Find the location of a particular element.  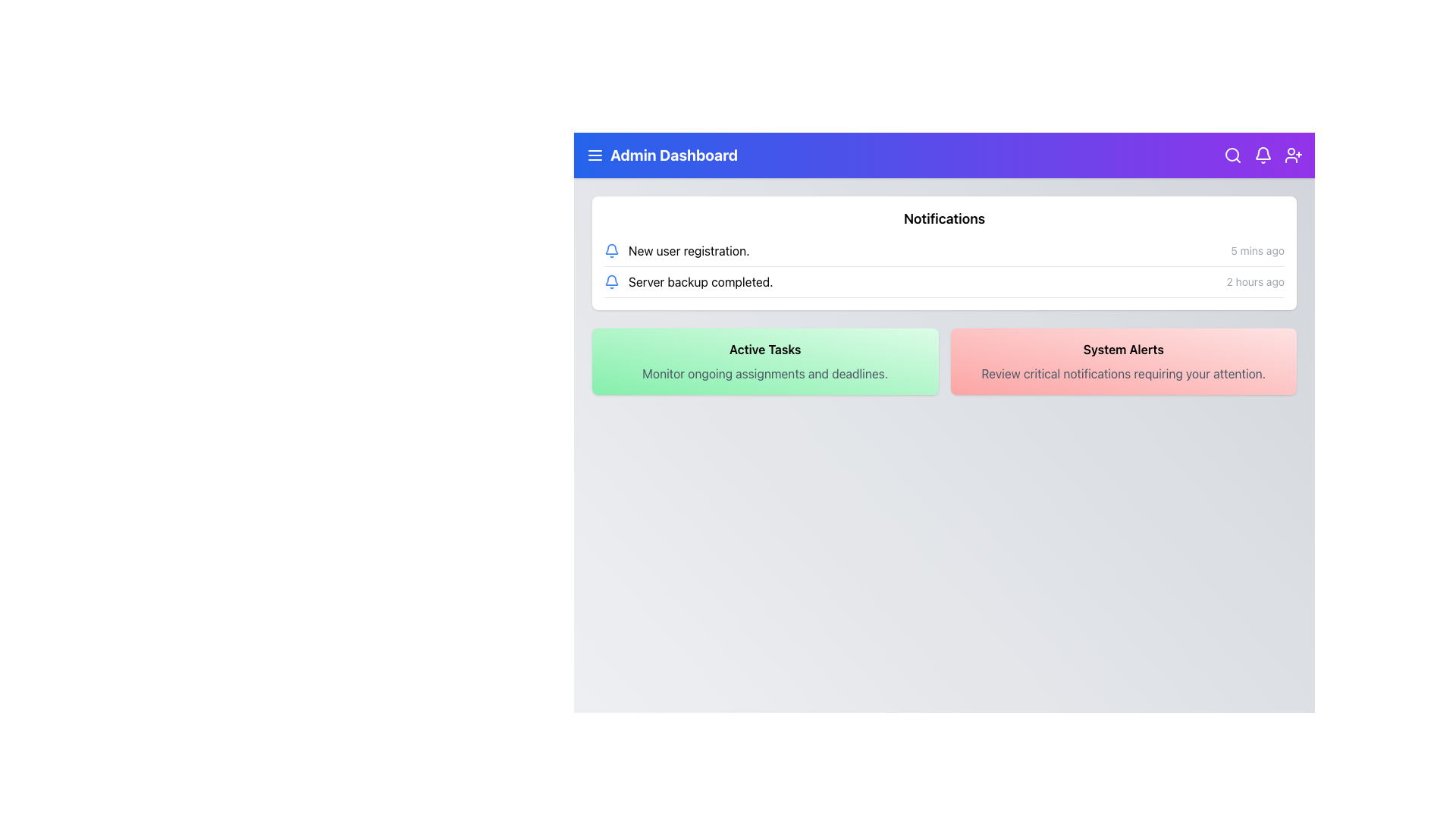

the text label displaying 'Server backup completed.' which is located next to the blue notification bell icon in the notifications list is located at coordinates (700, 281).